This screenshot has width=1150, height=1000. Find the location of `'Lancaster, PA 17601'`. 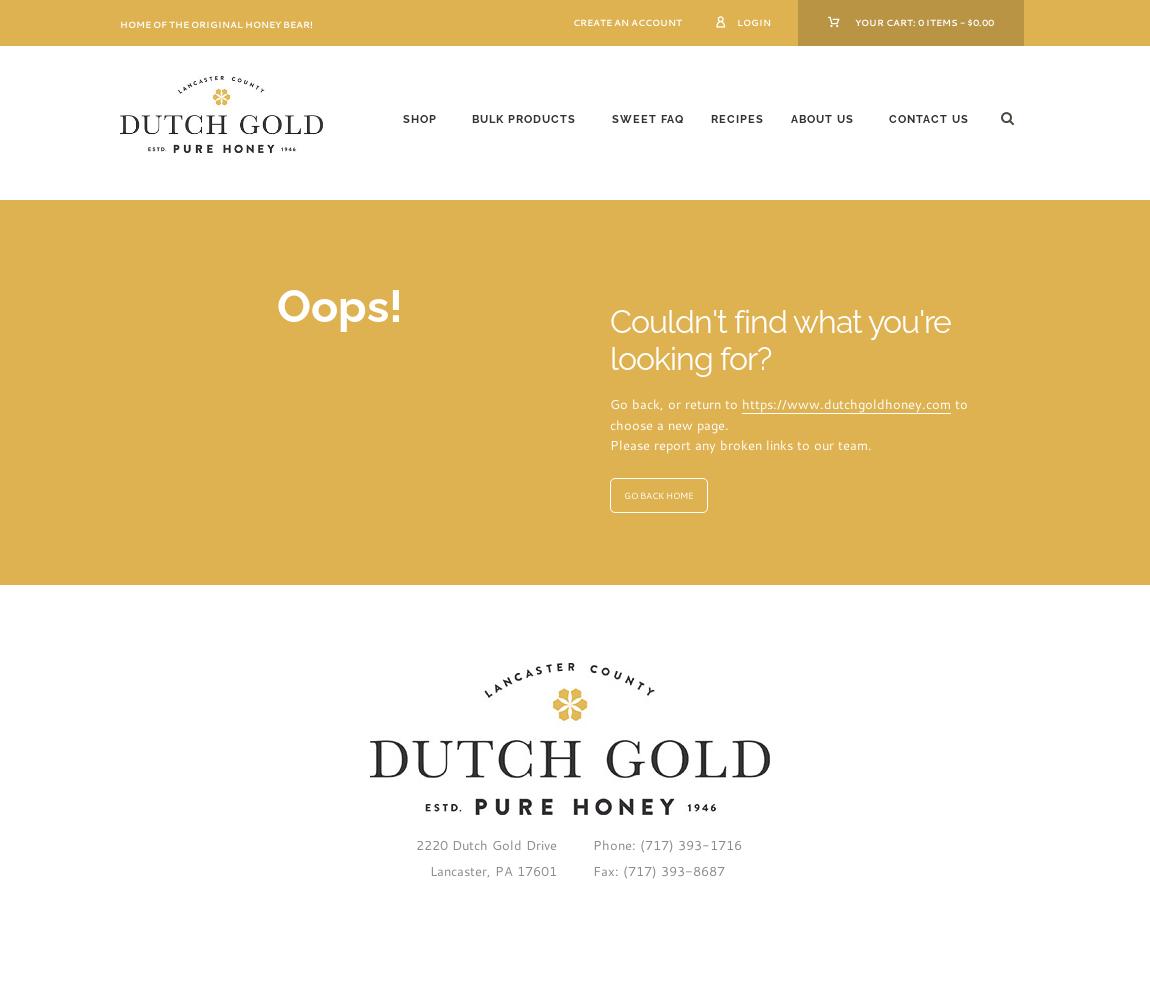

'Lancaster, PA 17601' is located at coordinates (492, 870).